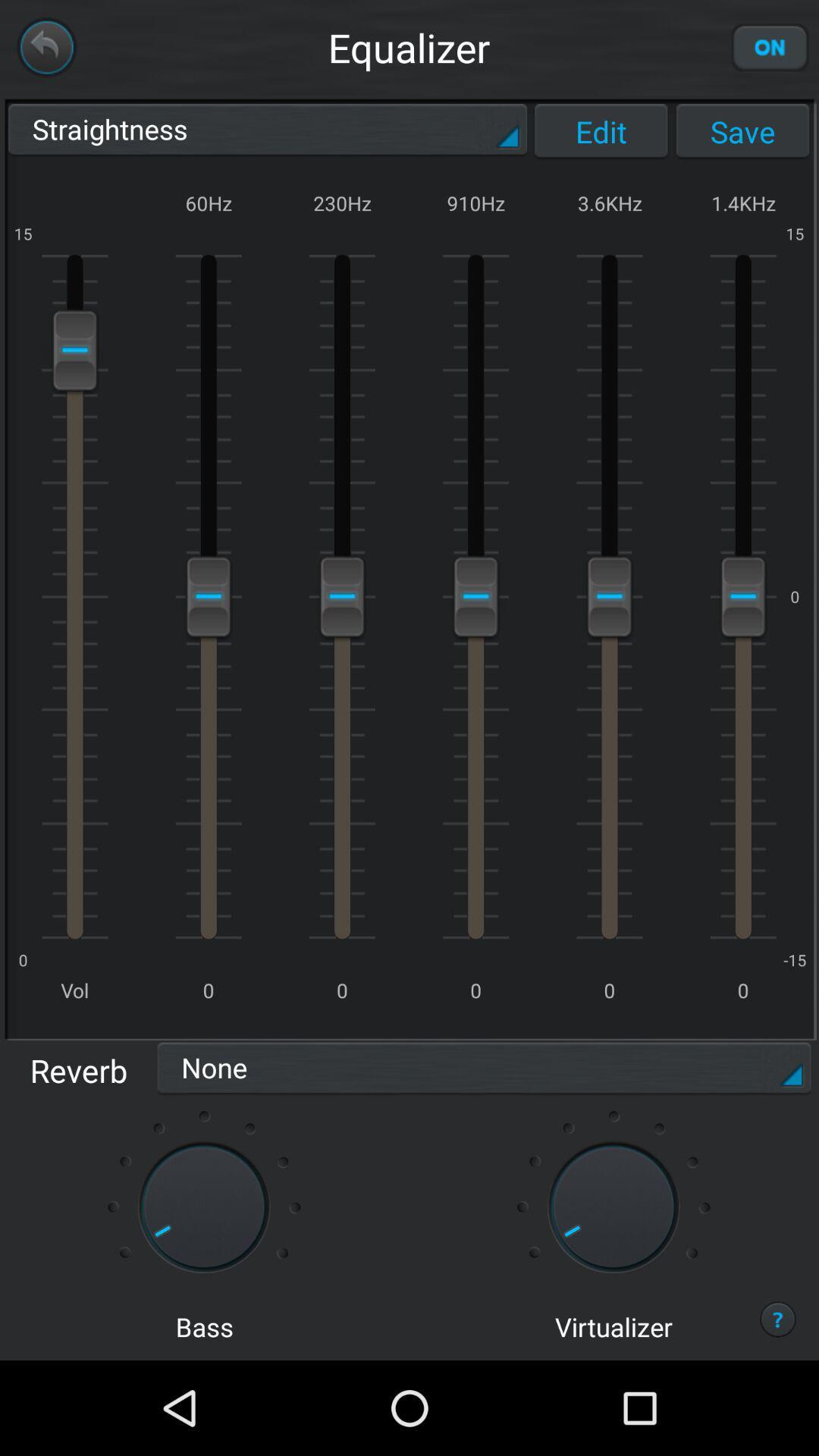 This screenshot has width=819, height=1456. Describe the element at coordinates (45, 51) in the screenshot. I see `the reply icon` at that location.